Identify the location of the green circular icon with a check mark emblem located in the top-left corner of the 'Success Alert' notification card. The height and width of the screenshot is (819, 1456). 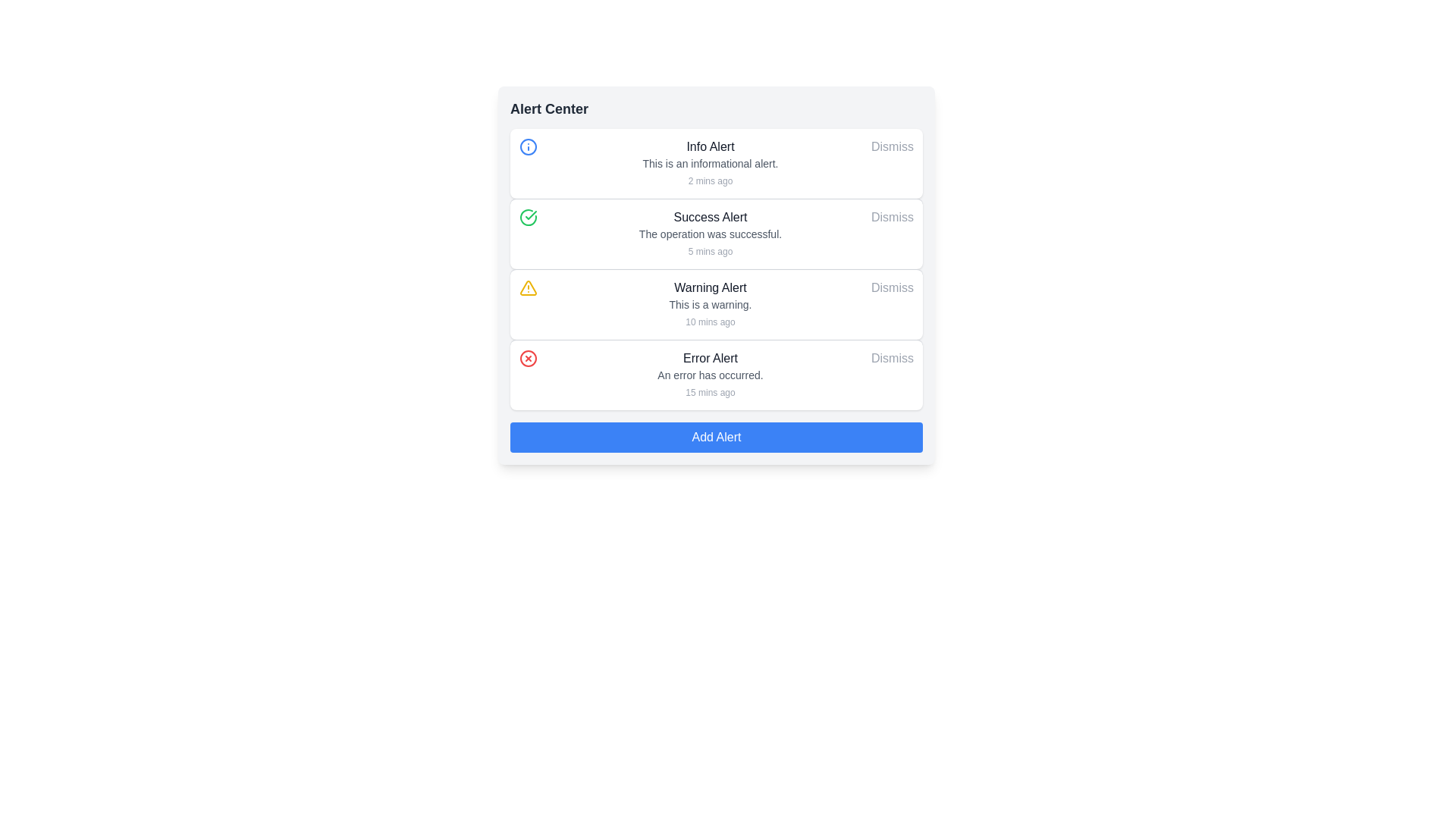
(528, 217).